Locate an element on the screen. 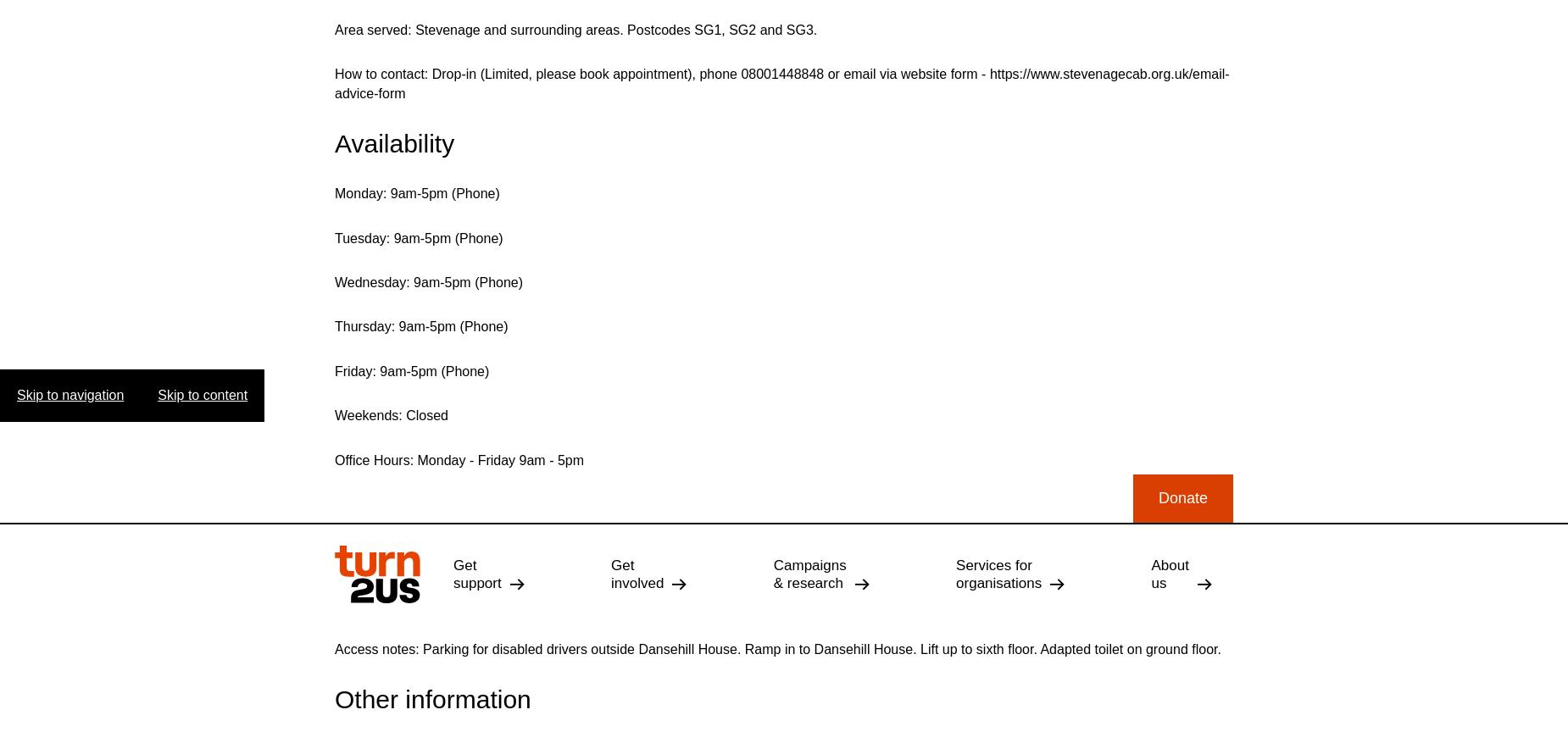  'Accessibility' is located at coordinates (756, 553).